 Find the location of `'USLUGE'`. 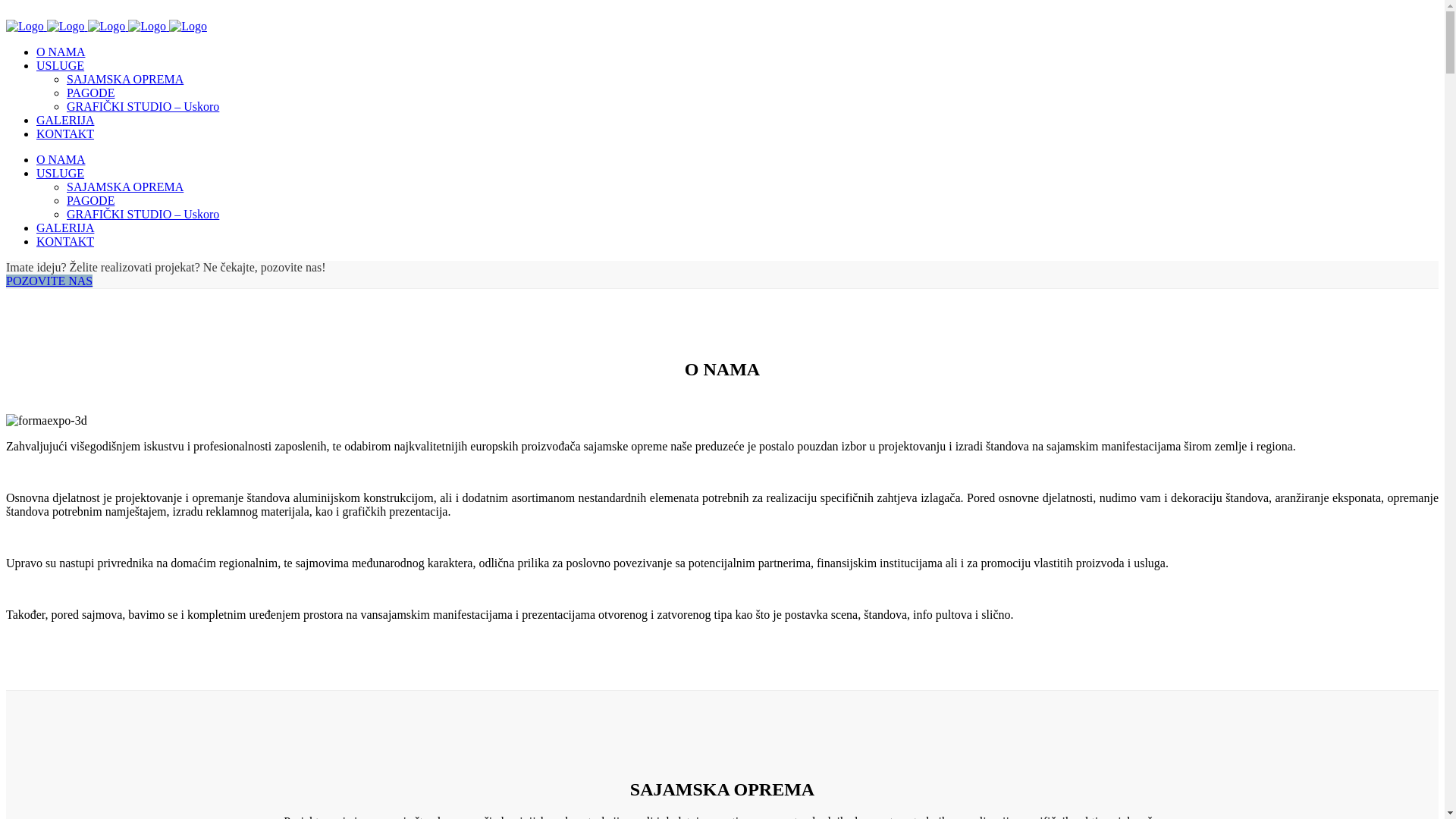

'USLUGE' is located at coordinates (60, 172).